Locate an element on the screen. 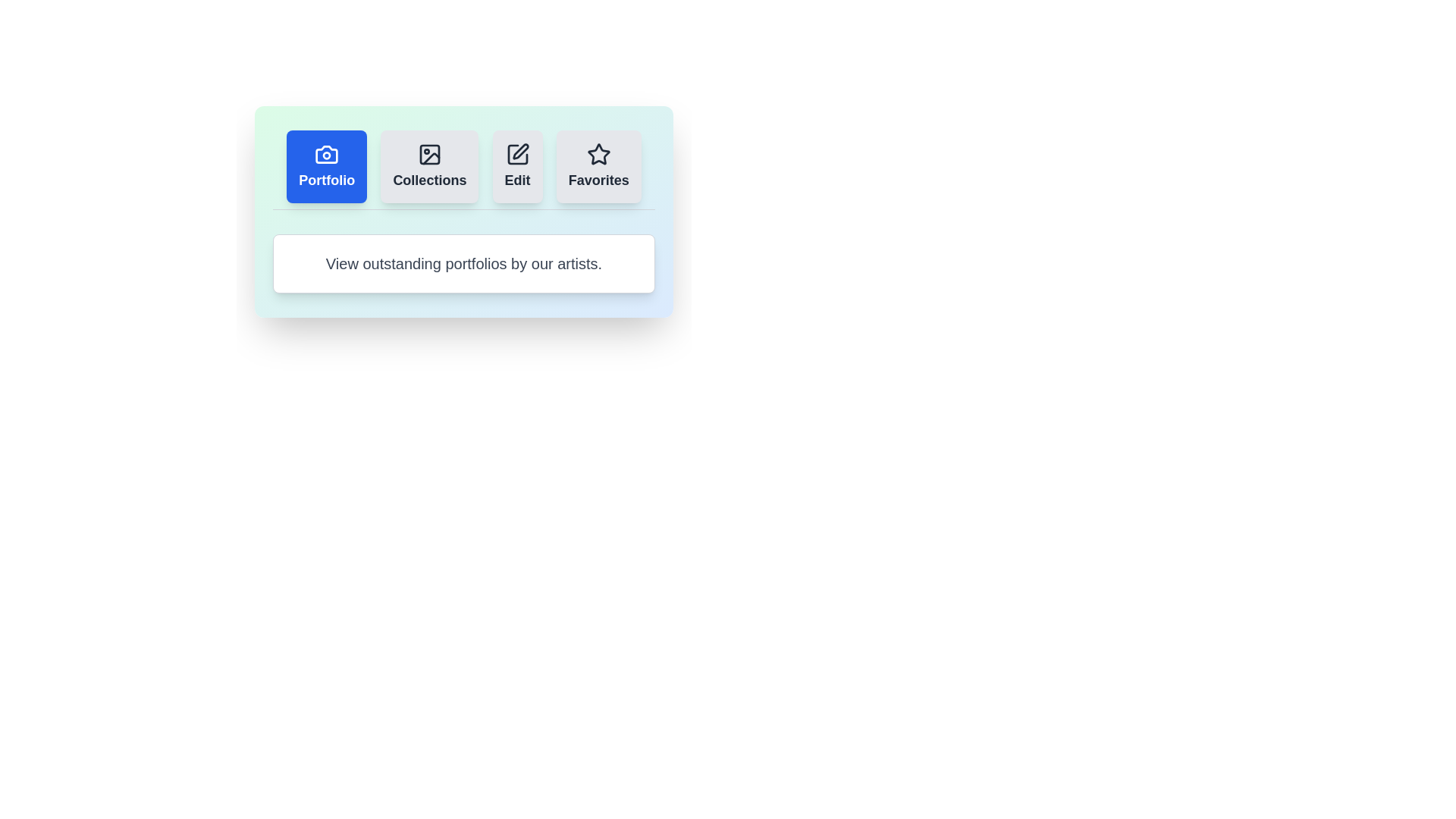 This screenshot has height=819, width=1456. the tab labeled Portfolio to observe its hover effect is located at coordinates (326, 166).